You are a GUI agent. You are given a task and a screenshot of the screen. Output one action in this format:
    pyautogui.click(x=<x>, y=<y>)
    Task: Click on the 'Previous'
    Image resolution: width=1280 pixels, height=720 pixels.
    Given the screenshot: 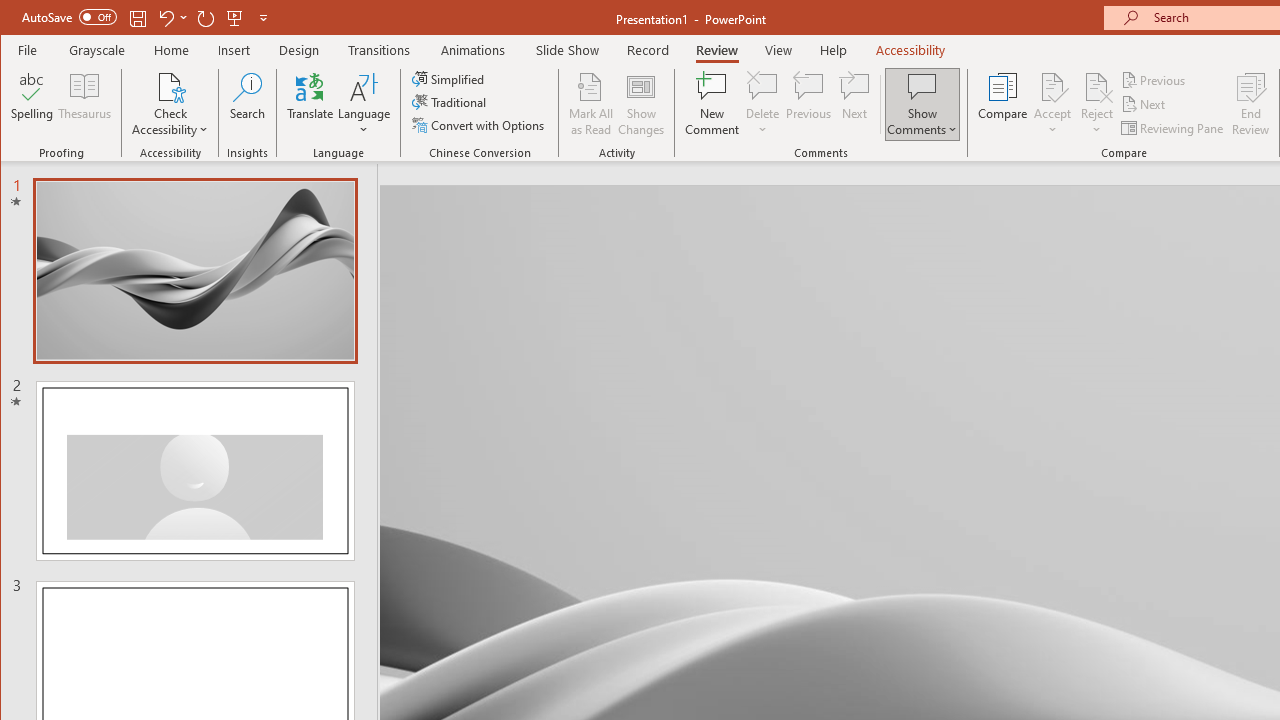 What is the action you would take?
    pyautogui.click(x=1154, y=79)
    